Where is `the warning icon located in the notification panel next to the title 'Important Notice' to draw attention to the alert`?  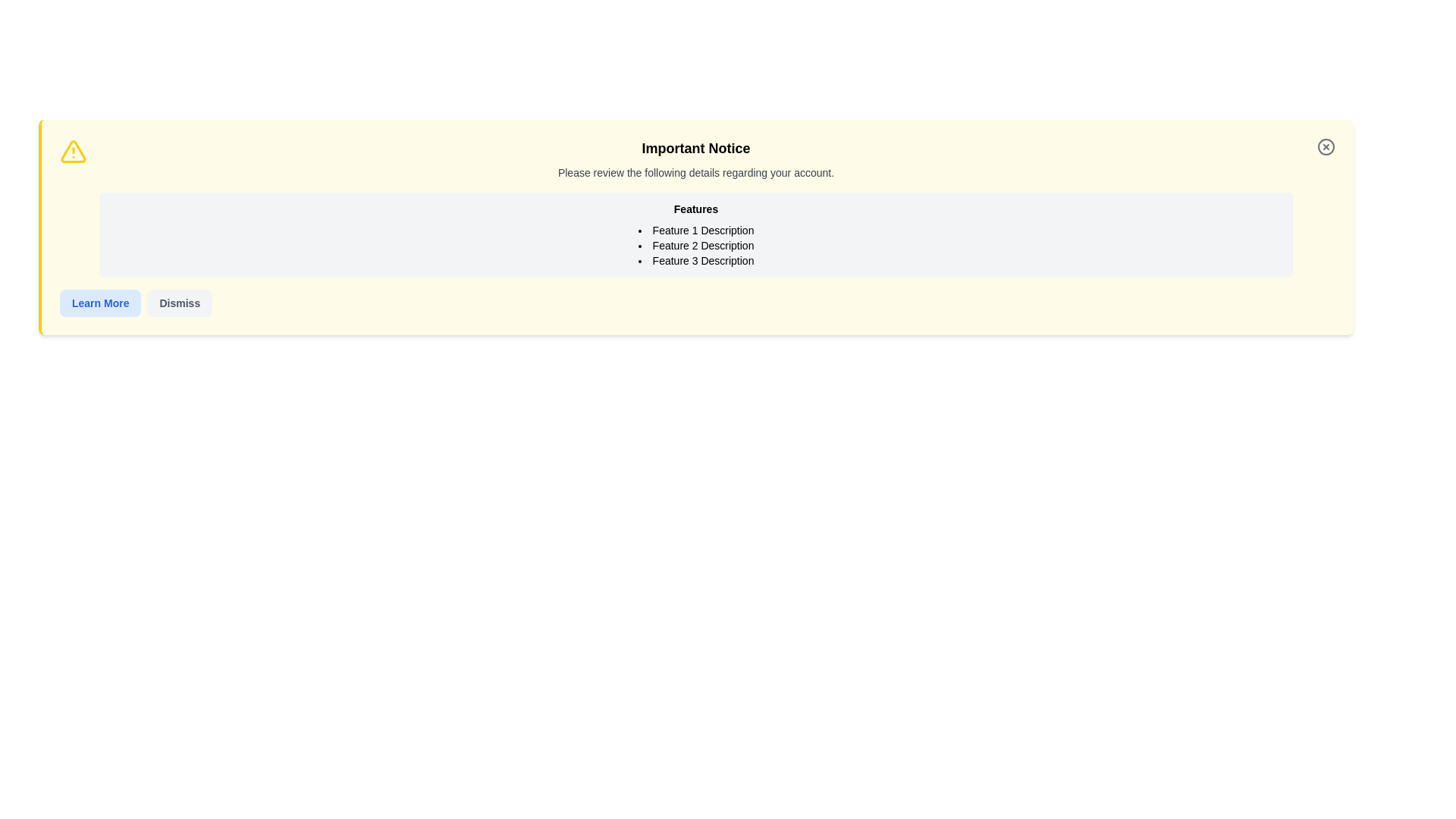
the warning icon located in the notification panel next to the title 'Important Notice' to draw attention to the alert is located at coordinates (72, 152).